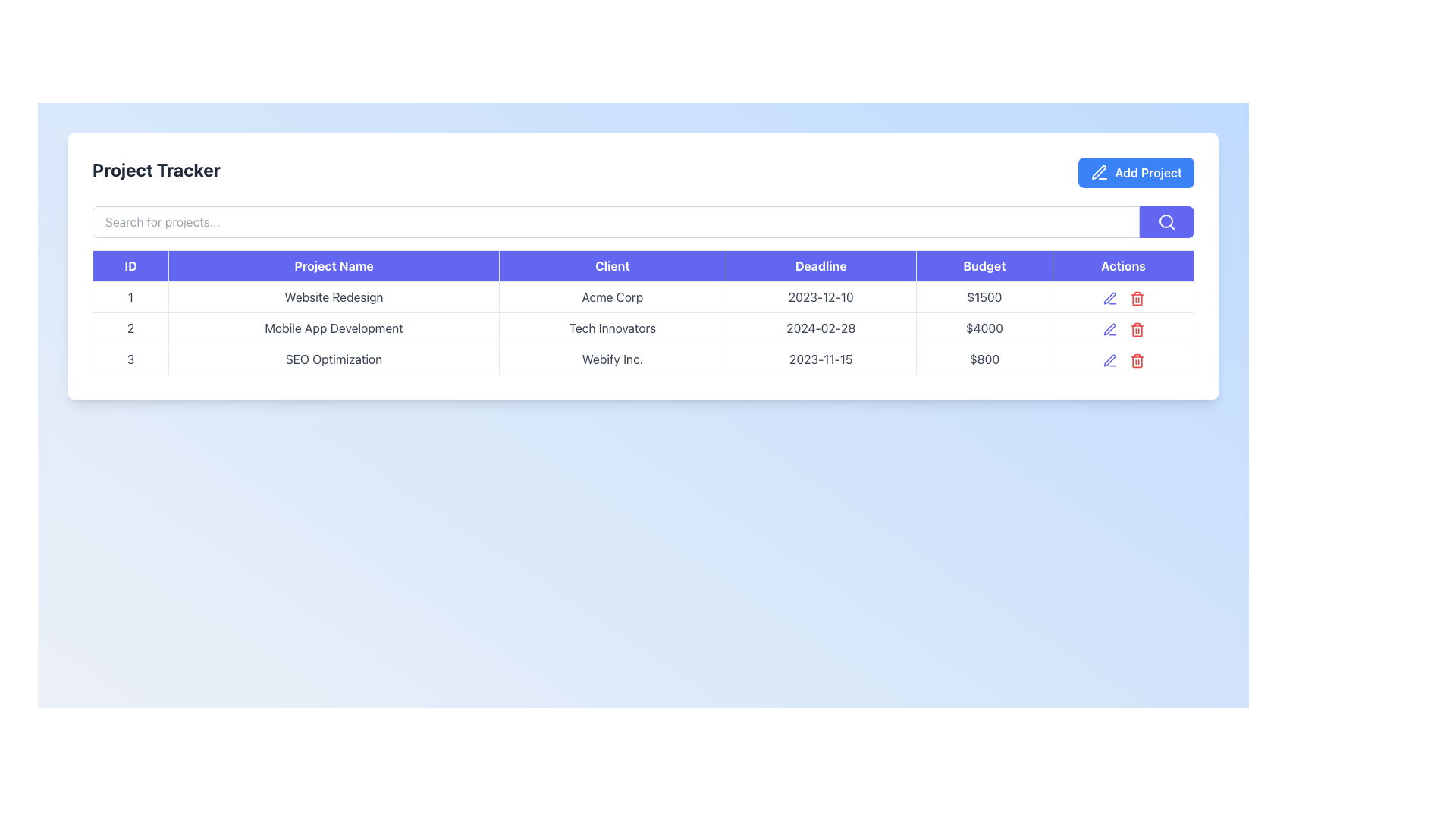 Image resolution: width=1456 pixels, height=819 pixels. I want to click on the red trash icon button in the Actions column of the table row for 'SEO Optimization', so click(1137, 359).